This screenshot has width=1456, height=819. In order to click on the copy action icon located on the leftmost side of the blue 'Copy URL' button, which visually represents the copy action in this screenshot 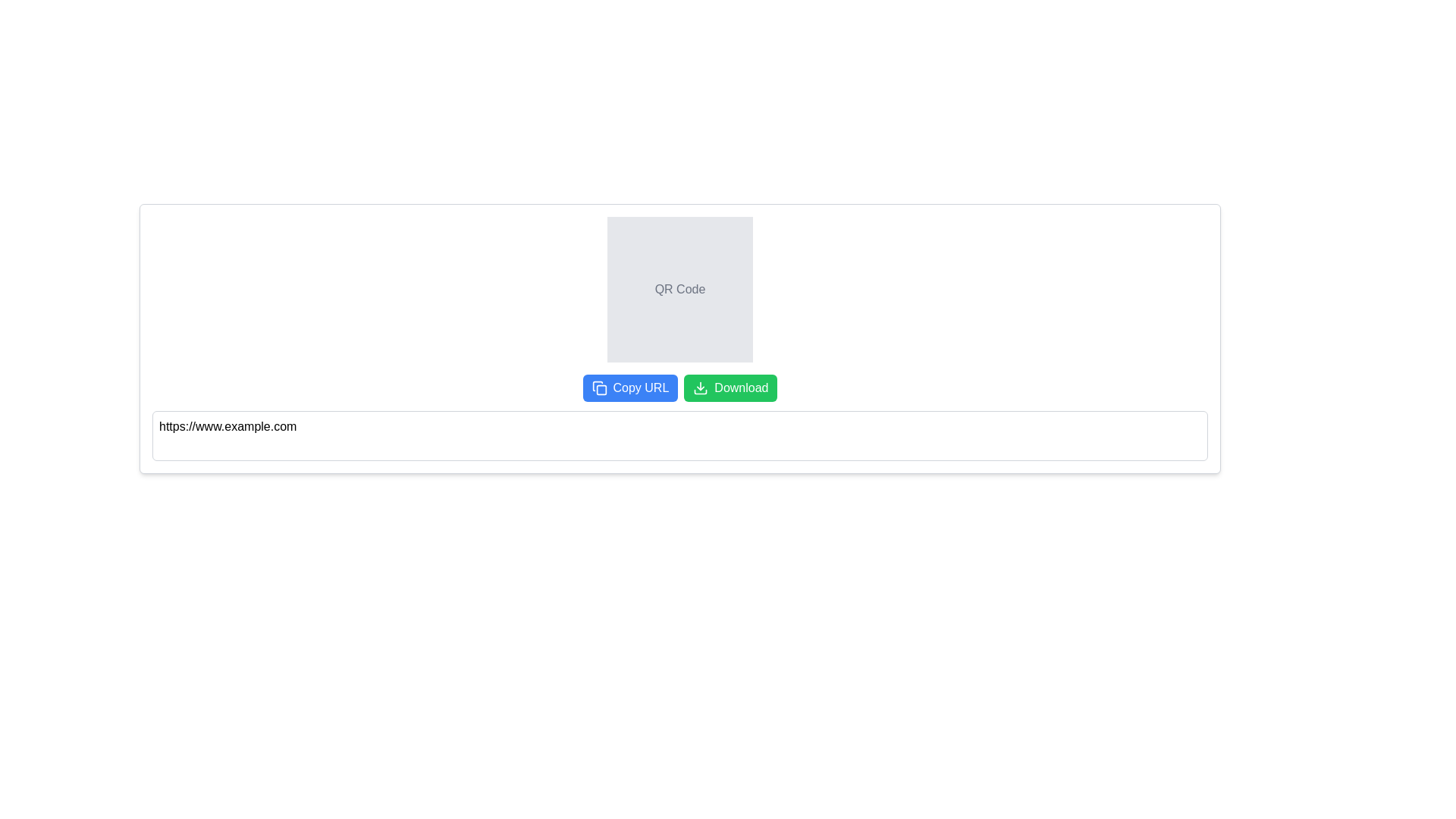, I will do `click(598, 388)`.